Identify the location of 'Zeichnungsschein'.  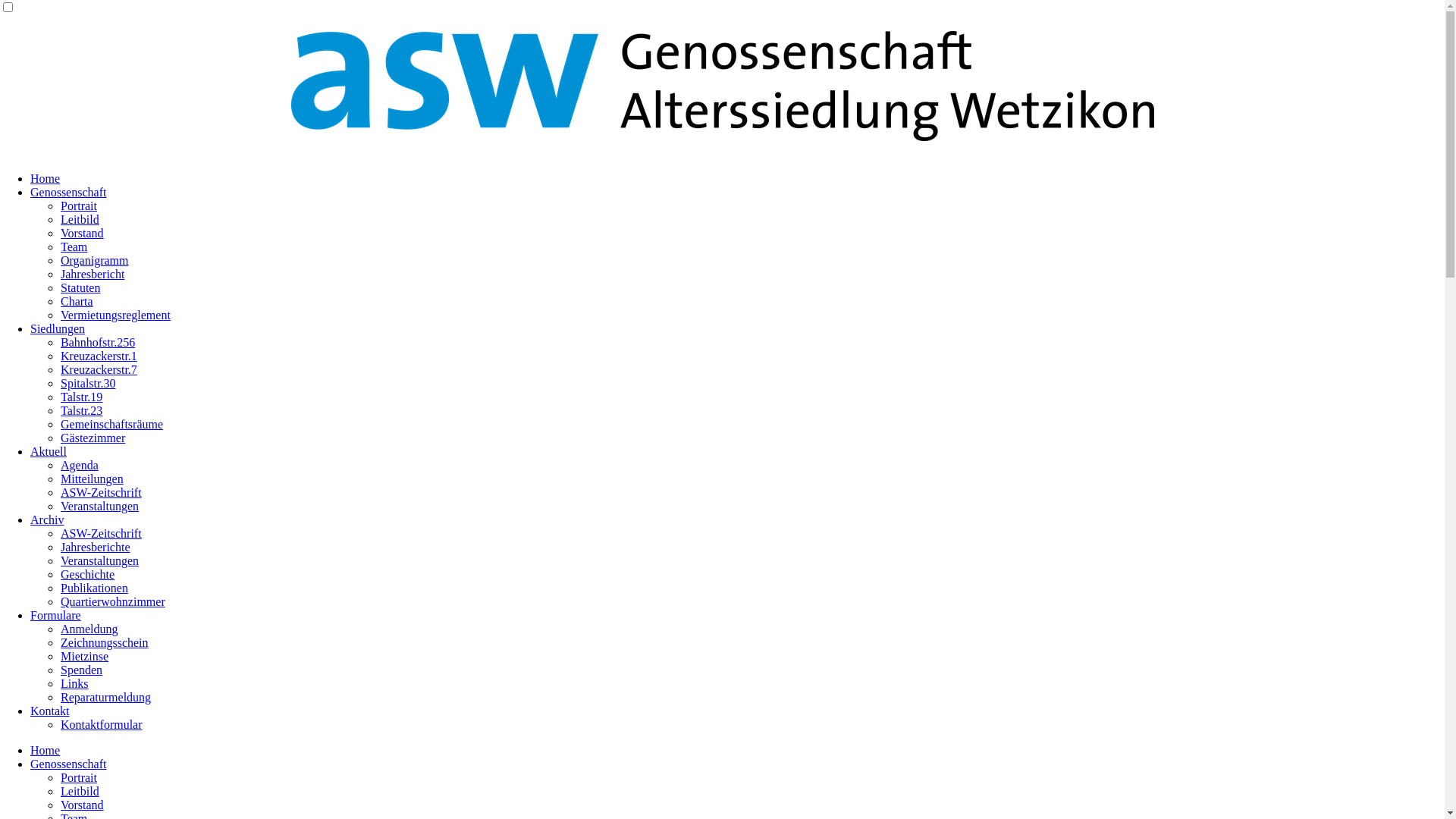
(104, 642).